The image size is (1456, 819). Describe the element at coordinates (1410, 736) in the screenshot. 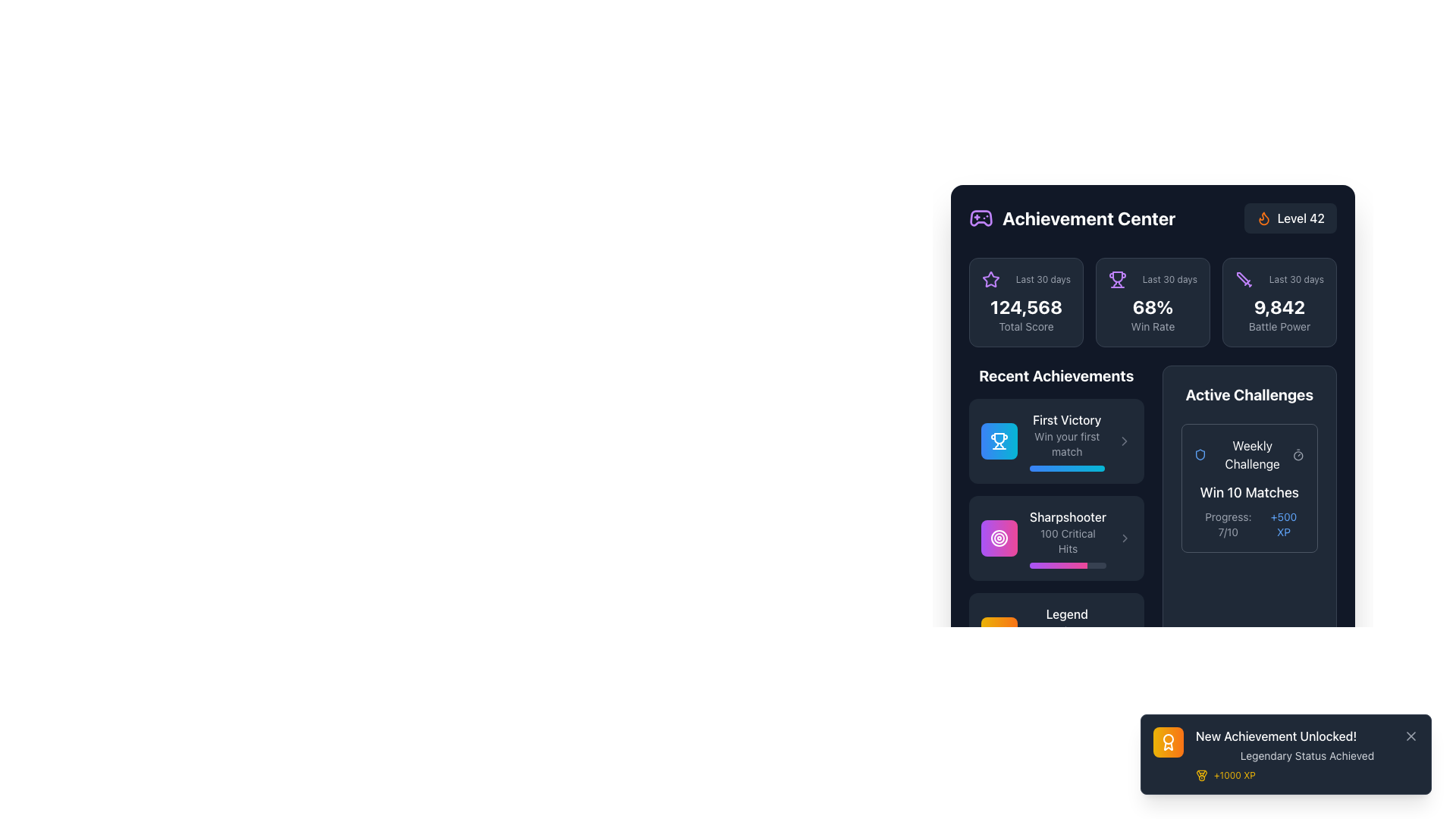

I see `the Close icon located in the right-hand corner of the notification` at that location.